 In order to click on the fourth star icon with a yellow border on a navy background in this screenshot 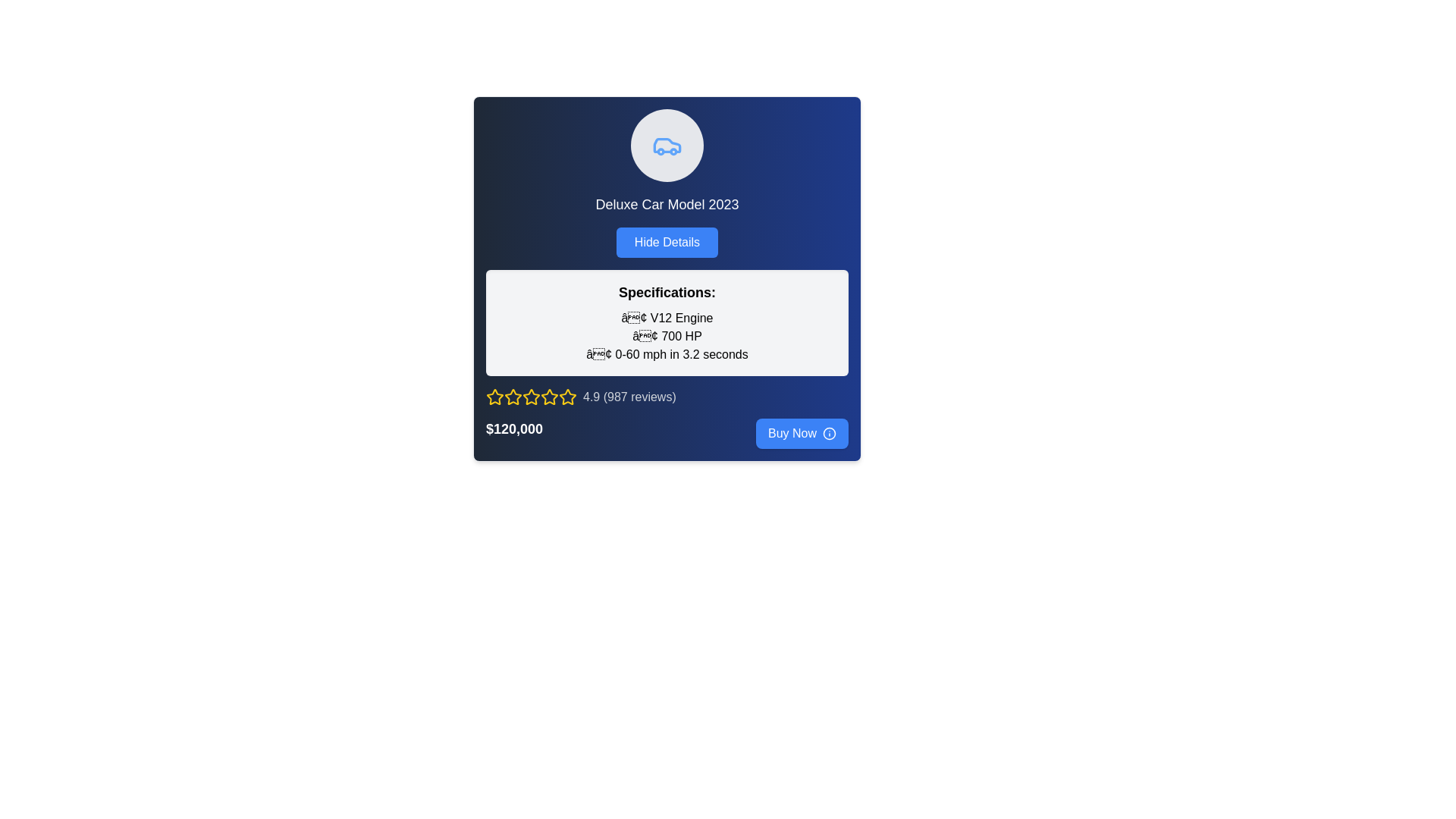, I will do `click(548, 396)`.